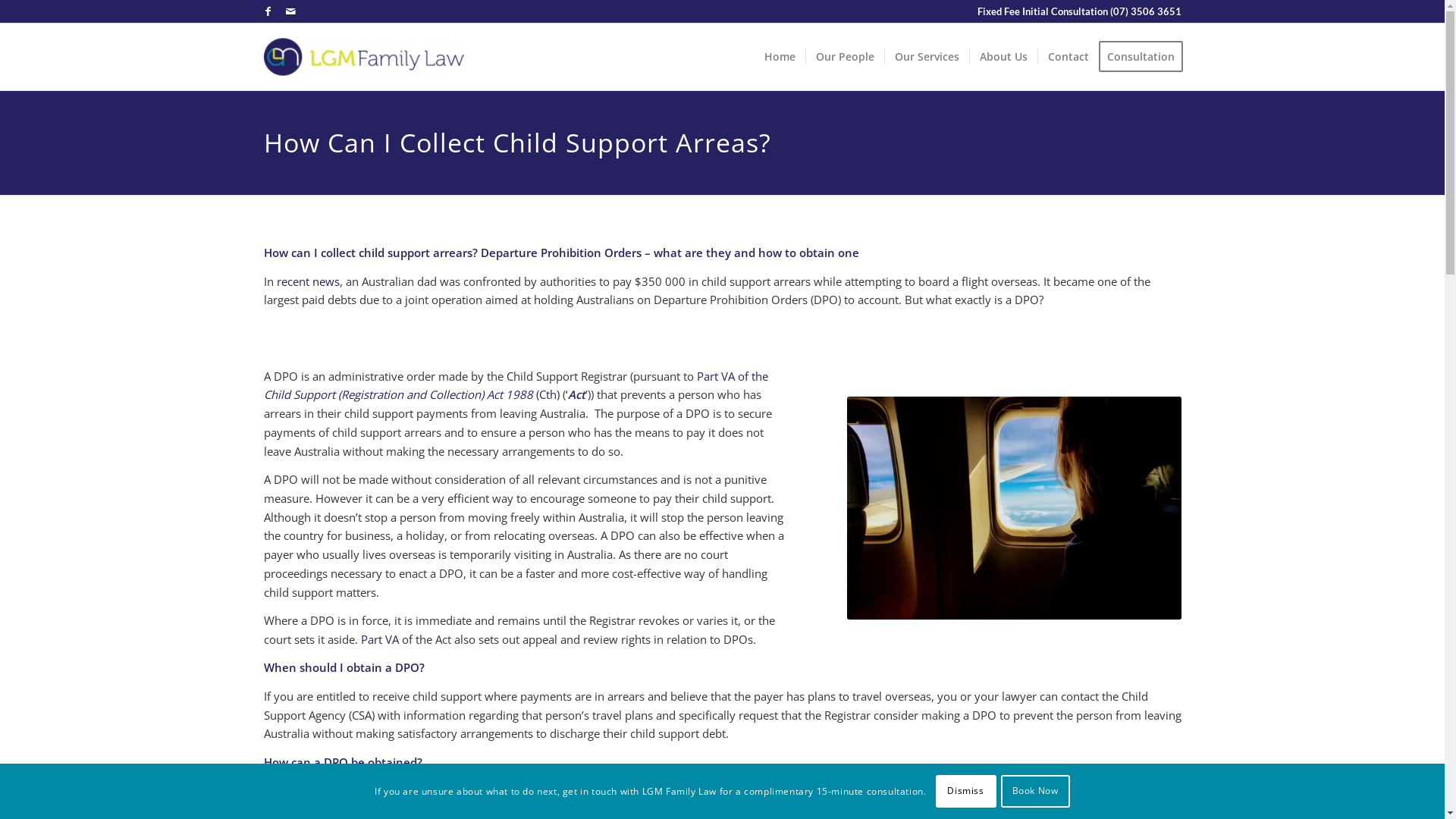 This screenshot has width=1456, height=819. I want to click on '(07) 3506 3651', so click(1110, 11).